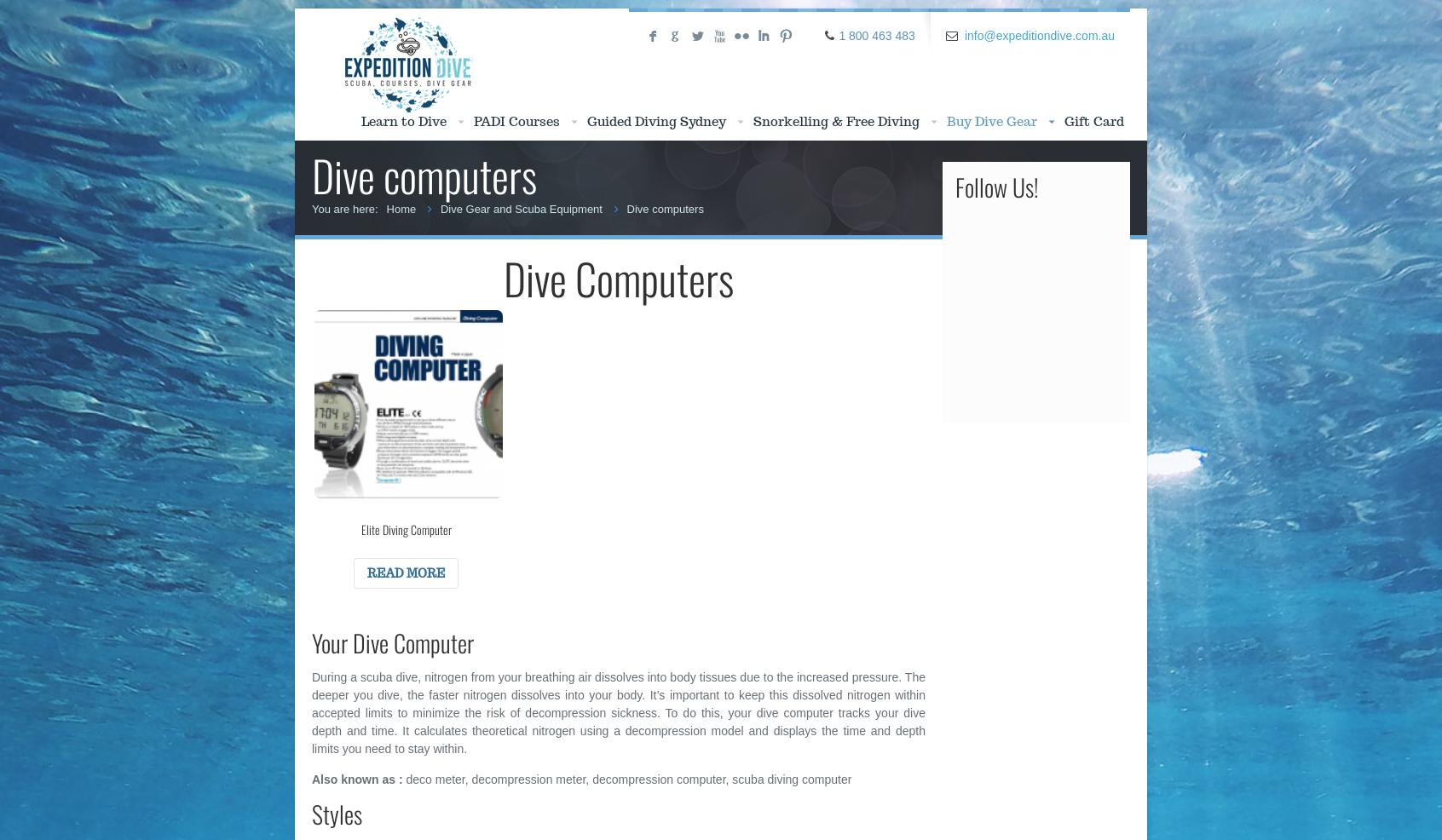 Image resolution: width=1442 pixels, height=840 pixels. I want to click on '1 800 463 483', so click(875, 35).